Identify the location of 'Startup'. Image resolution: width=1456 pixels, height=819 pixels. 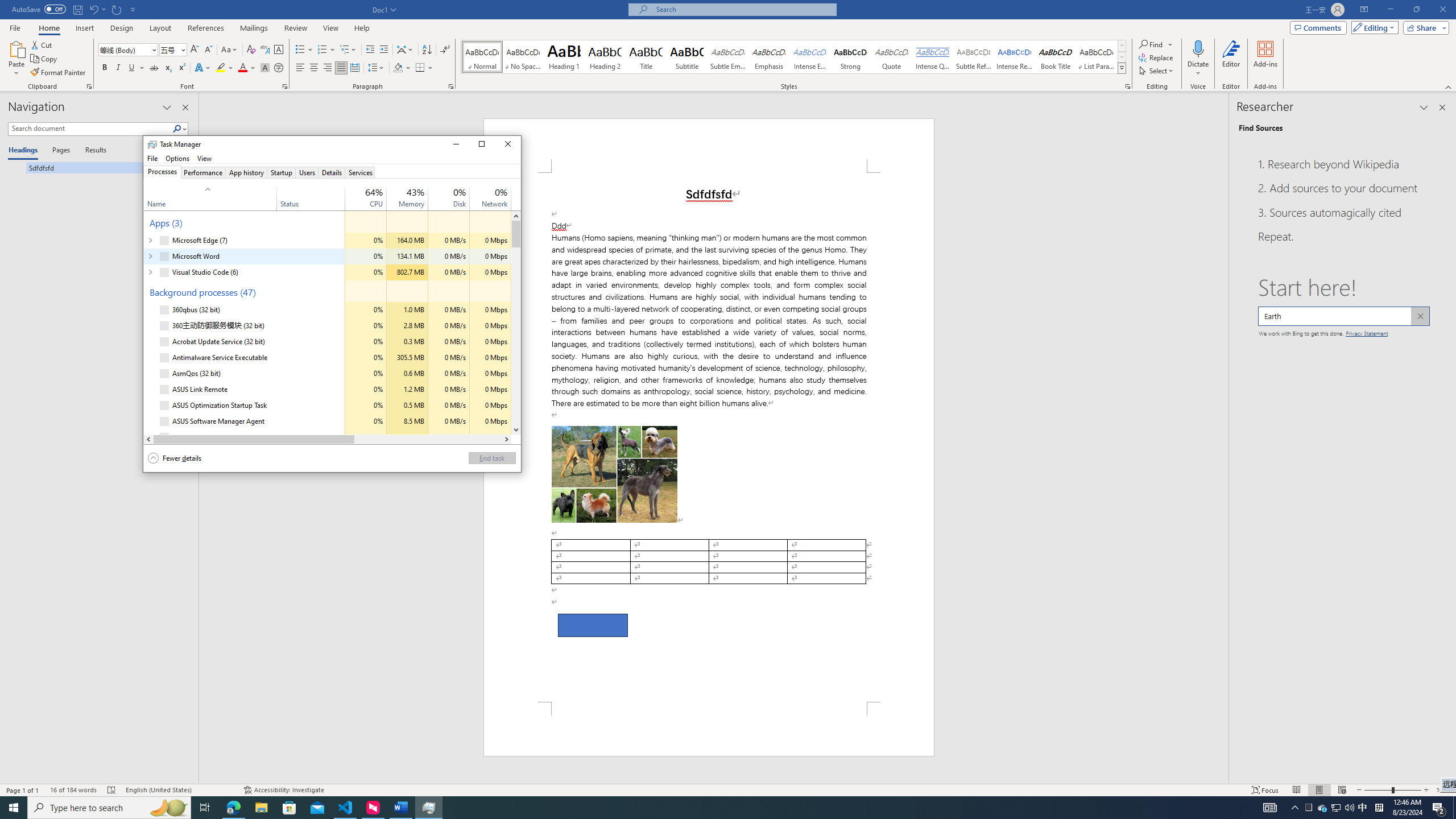
(281, 172).